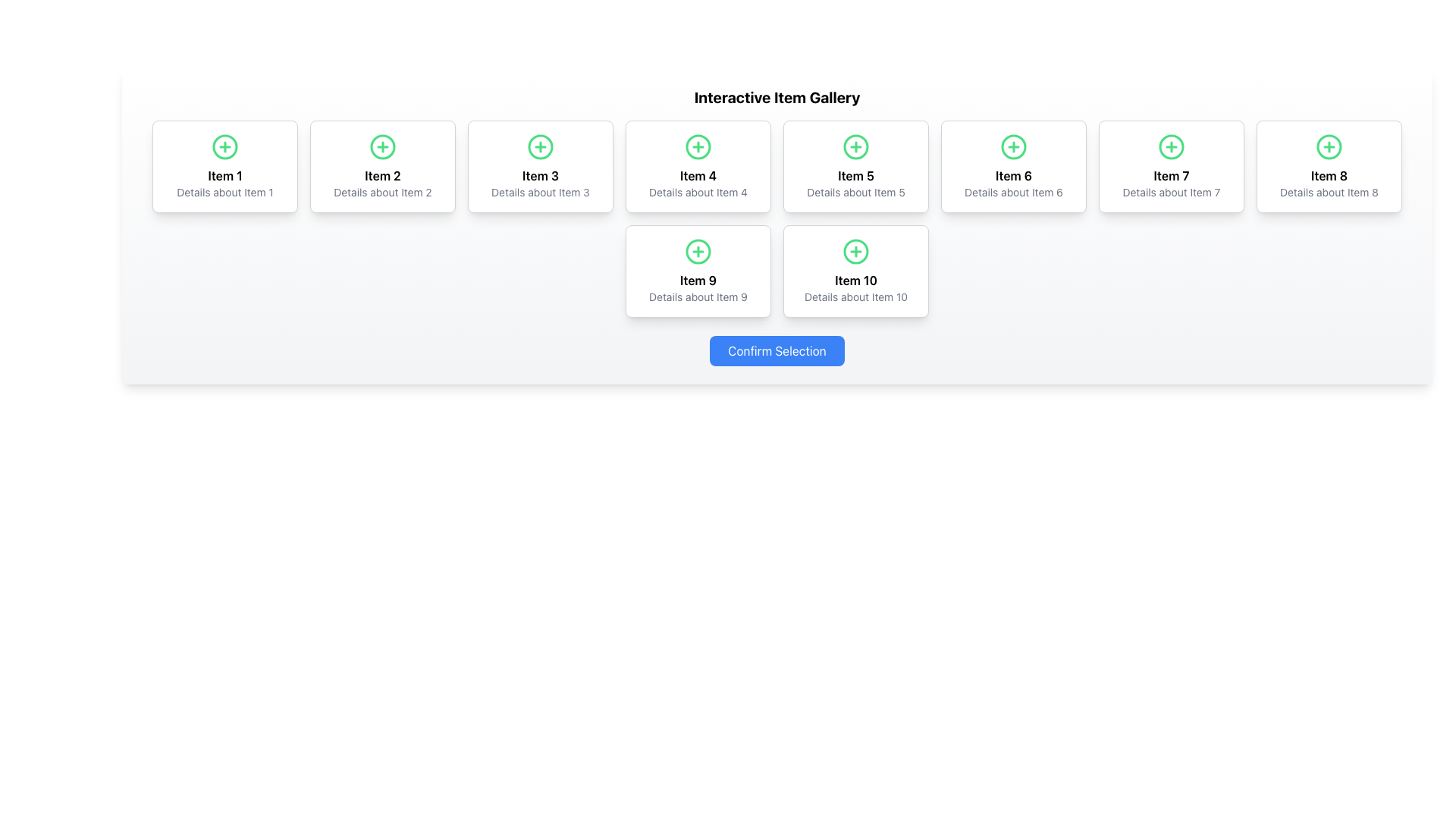 This screenshot has width=1456, height=819. What do you see at coordinates (382, 146) in the screenshot?
I see `the button located at the top of the rectangular card labeled 'Item 2'` at bounding box center [382, 146].